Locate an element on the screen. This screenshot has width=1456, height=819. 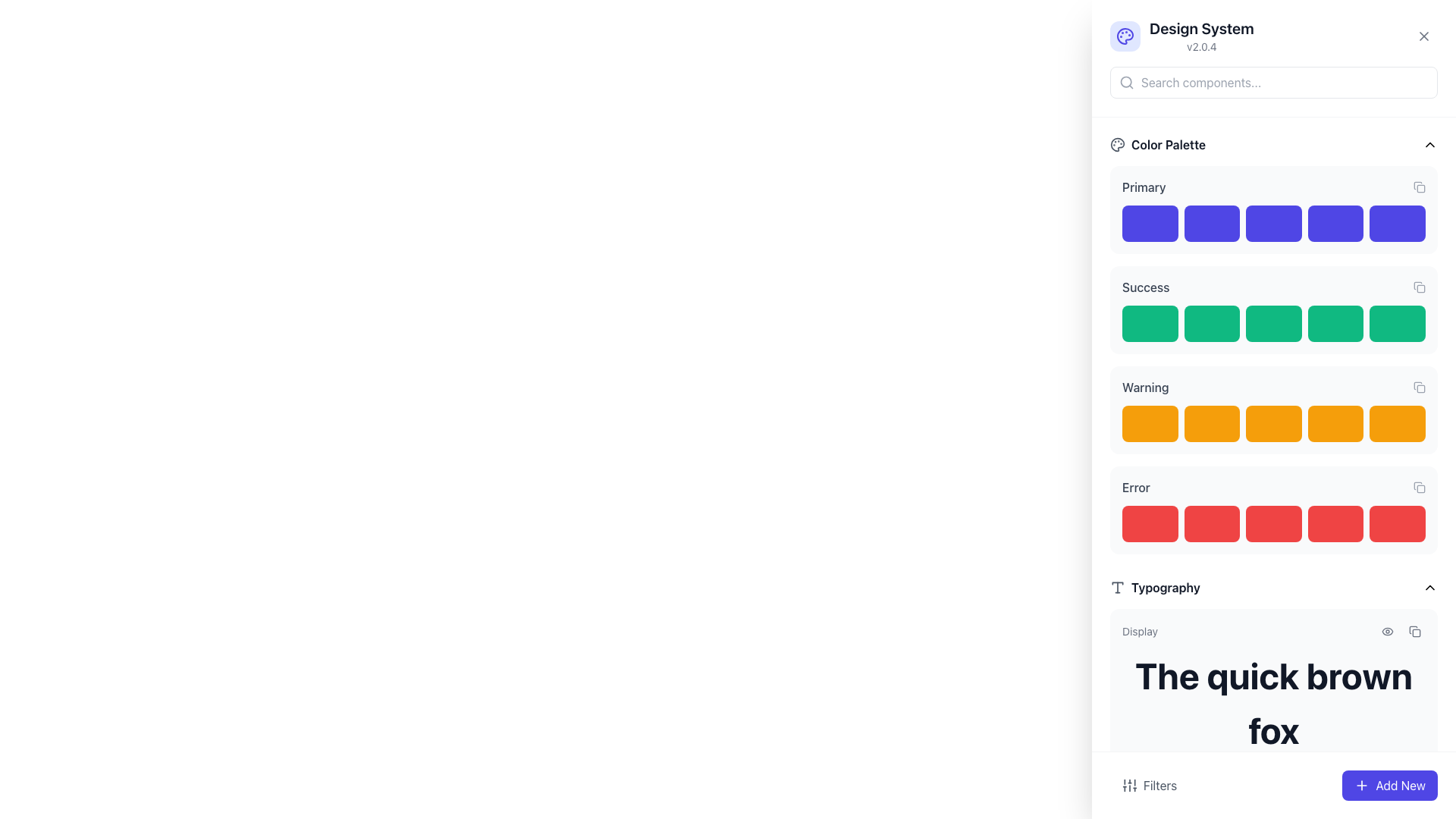
the third color swatch in the Warning palette, which is positioned centrally with two blocks on either side is located at coordinates (1274, 424).